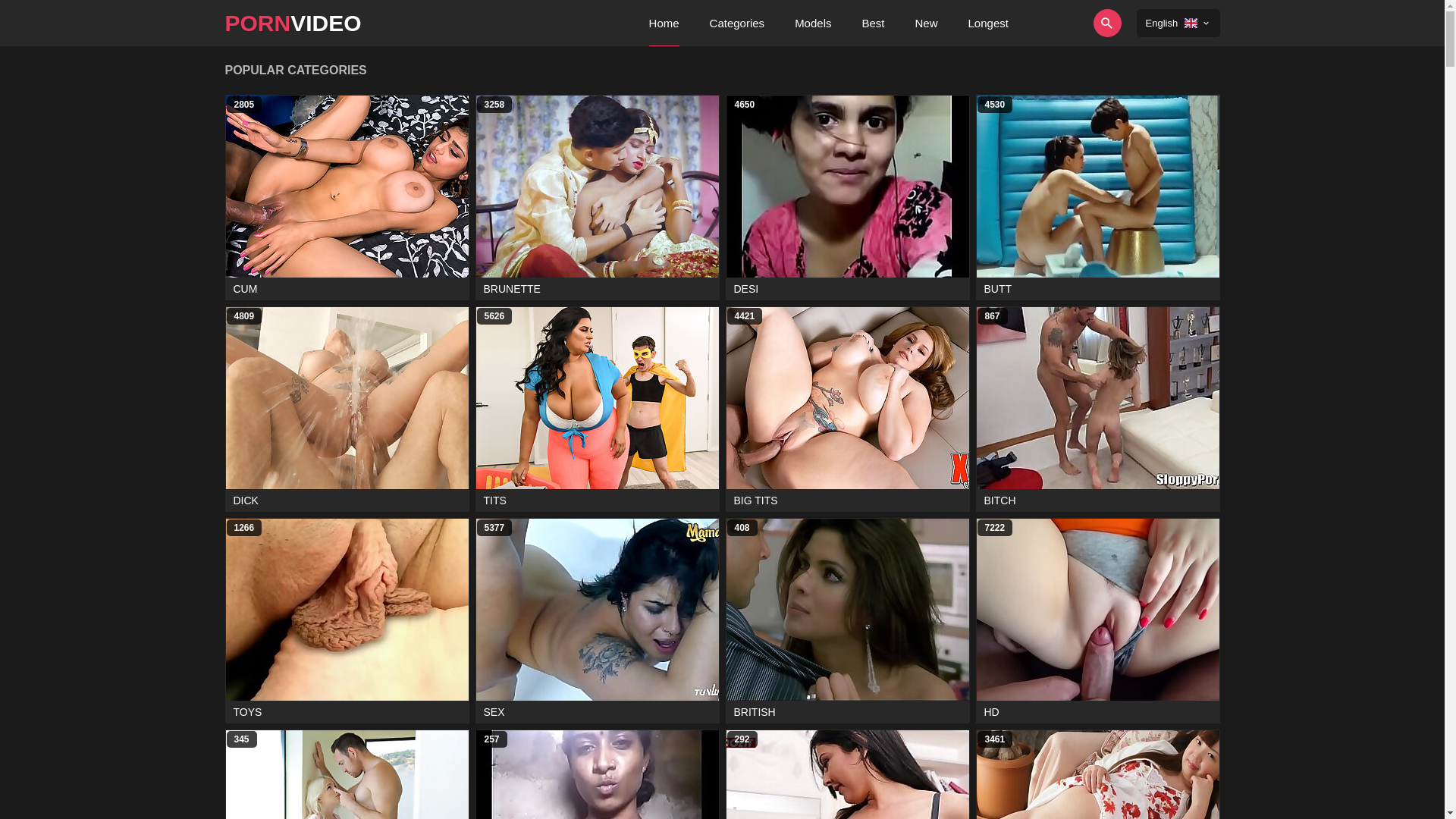  Describe the element at coordinates (737, 23) in the screenshot. I see `'Categories'` at that location.